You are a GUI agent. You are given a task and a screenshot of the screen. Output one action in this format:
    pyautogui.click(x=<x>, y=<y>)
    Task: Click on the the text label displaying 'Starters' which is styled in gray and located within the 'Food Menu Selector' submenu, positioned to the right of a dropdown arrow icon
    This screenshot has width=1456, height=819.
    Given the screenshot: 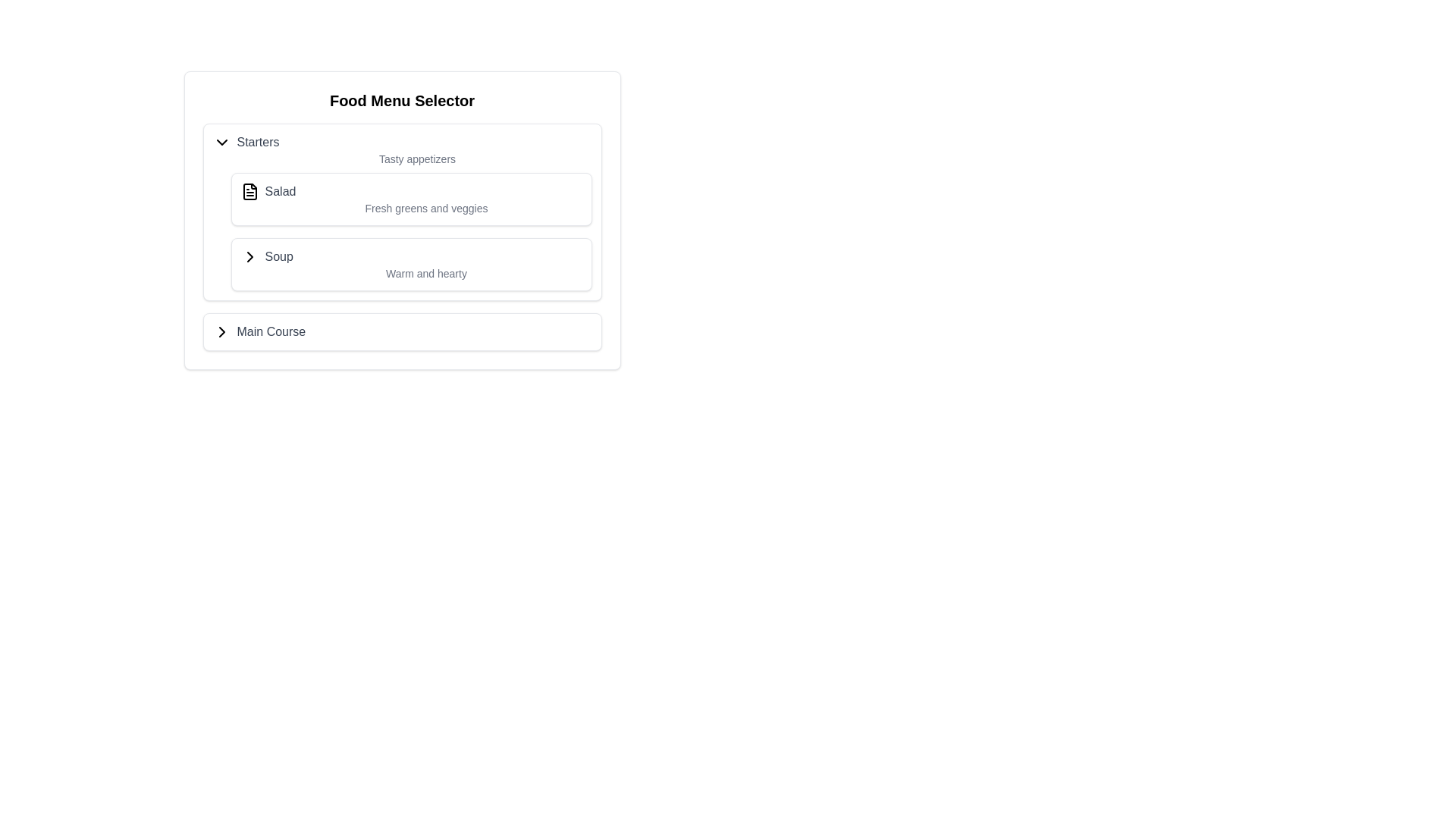 What is the action you would take?
    pyautogui.click(x=258, y=143)
    